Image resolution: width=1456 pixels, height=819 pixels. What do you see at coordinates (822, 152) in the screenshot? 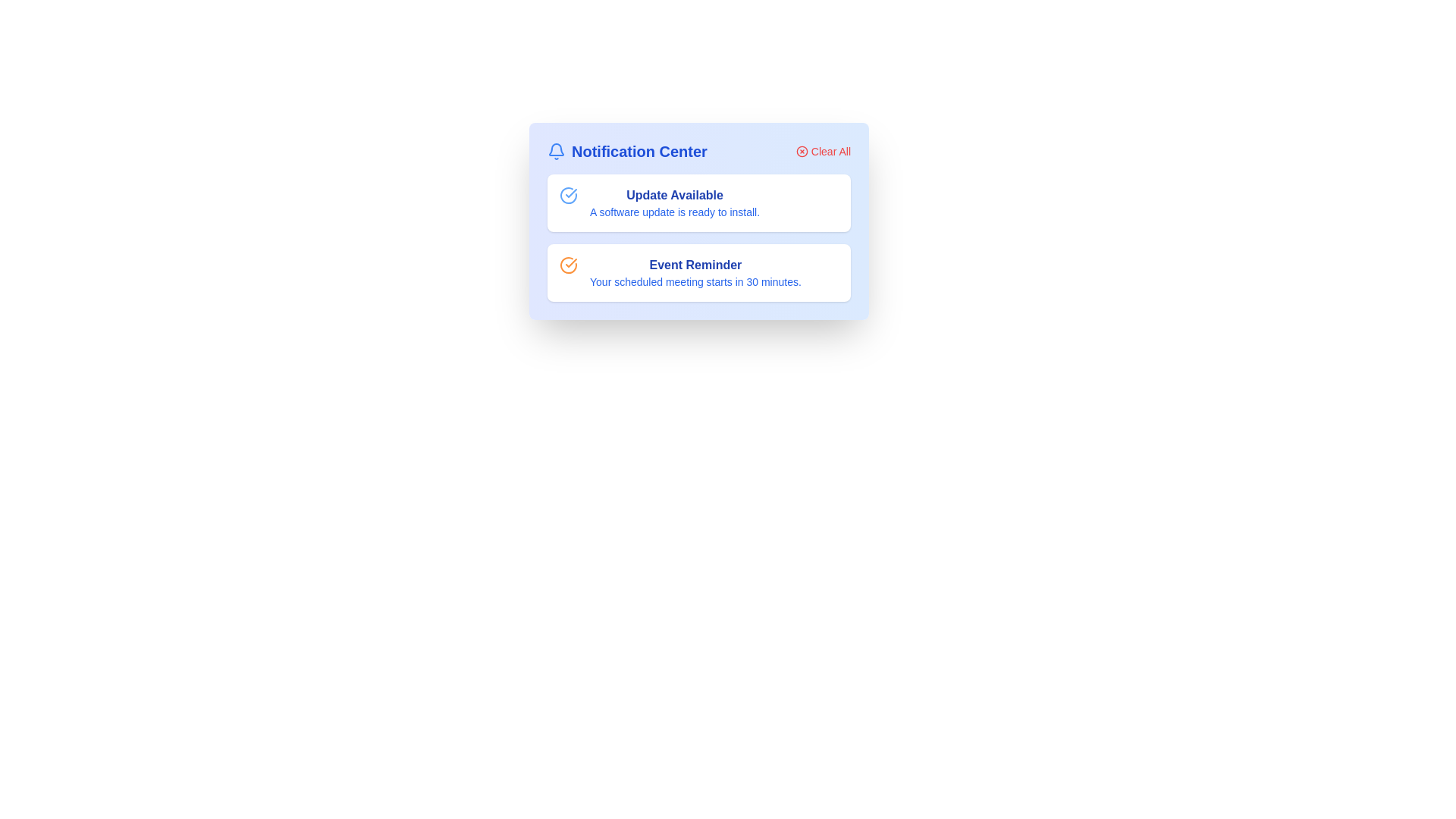
I see `the button to clear all notifications located to the right of the 'Notification Center' title in the header` at bounding box center [822, 152].